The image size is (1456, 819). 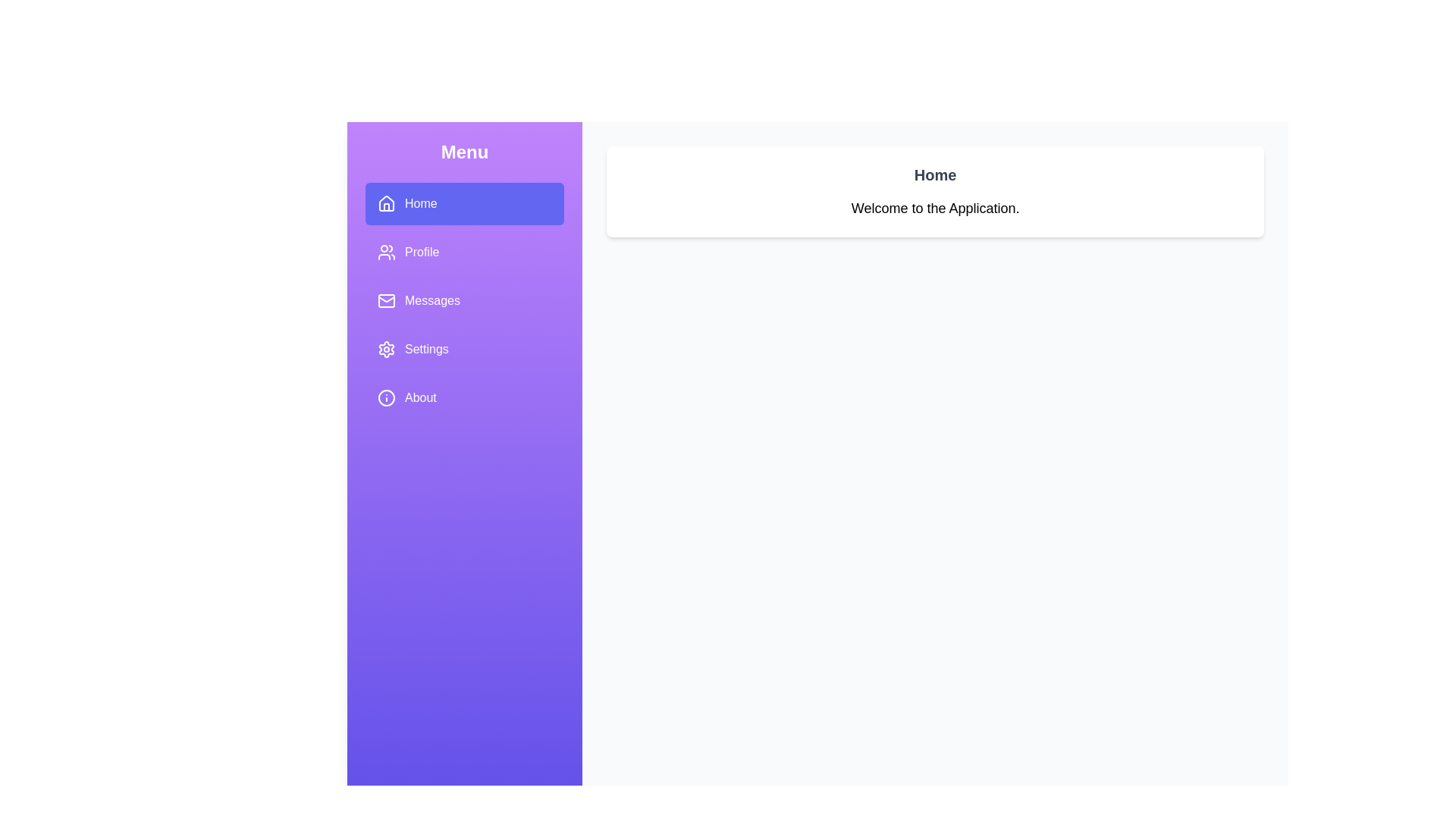 I want to click on the 'Settings' option in the navigation menu, which is the fourth item in the list, positioned below 'Messages' and above 'About', so click(x=425, y=350).